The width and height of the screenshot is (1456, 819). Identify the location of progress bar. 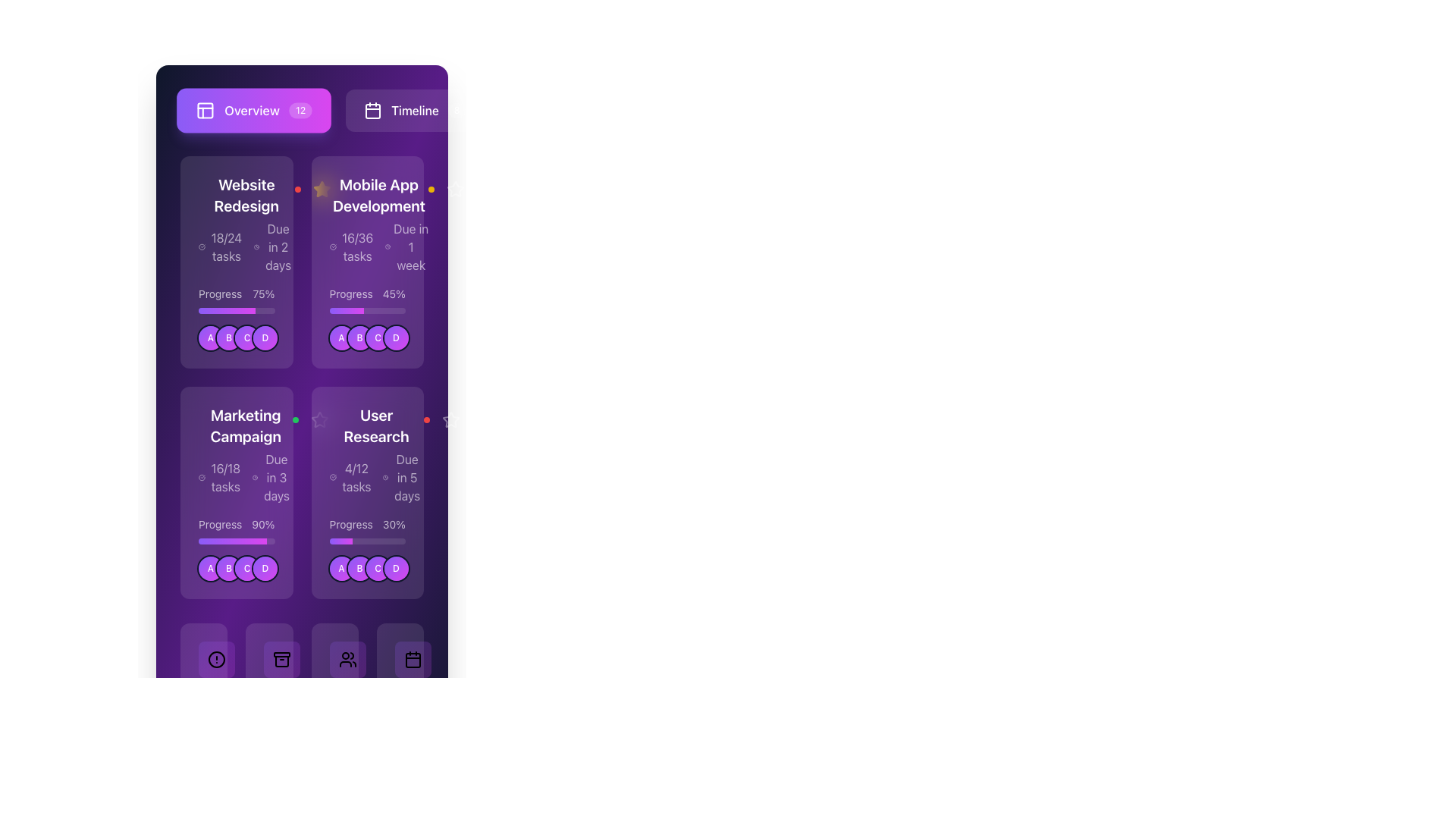
(256, 540).